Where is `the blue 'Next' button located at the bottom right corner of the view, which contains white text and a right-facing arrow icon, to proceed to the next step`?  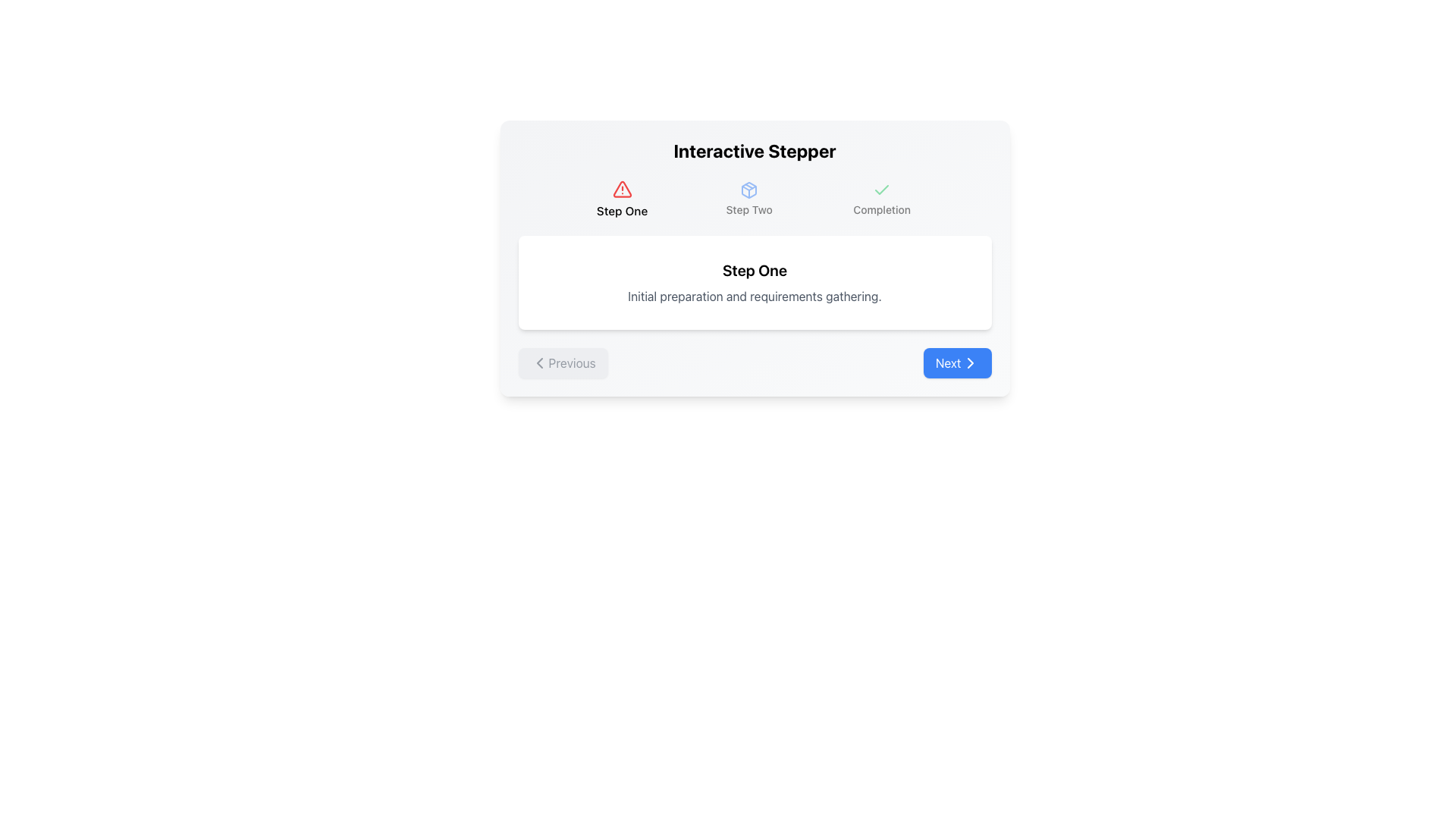 the blue 'Next' button located at the bottom right corner of the view, which contains white text and a right-facing arrow icon, to proceed to the next step is located at coordinates (956, 362).